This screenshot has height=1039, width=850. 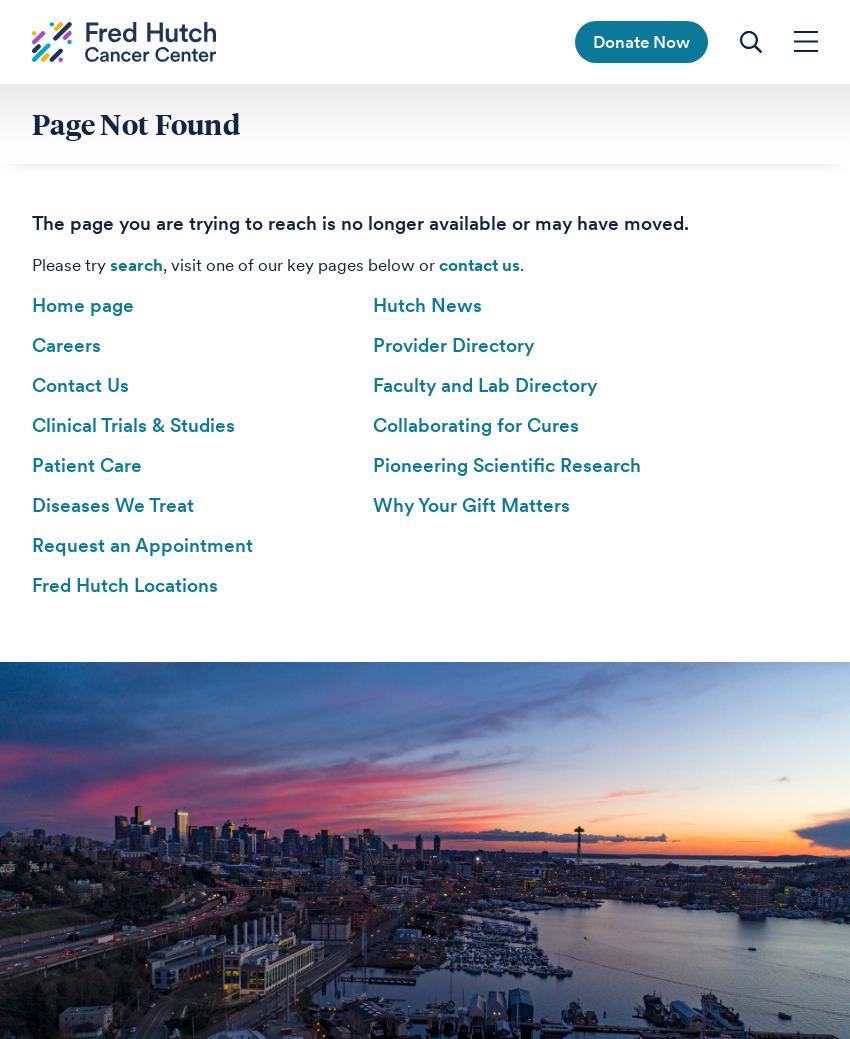 What do you see at coordinates (641, 40) in the screenshot?
I see `'Donate Now'` at bounding box center [641, 40].